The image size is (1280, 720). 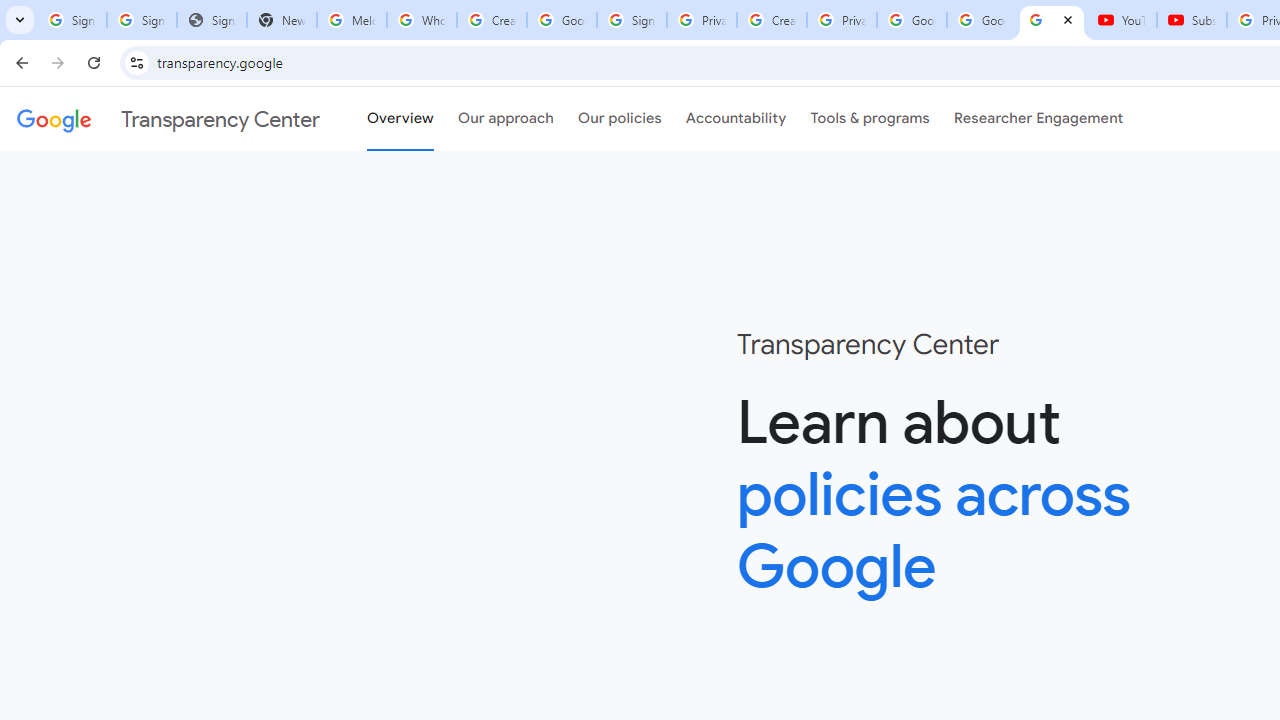 What do you see at coordinates (619, 119) in the screenshot?
I see `'Our policies'` at bounding box center [619, 119].